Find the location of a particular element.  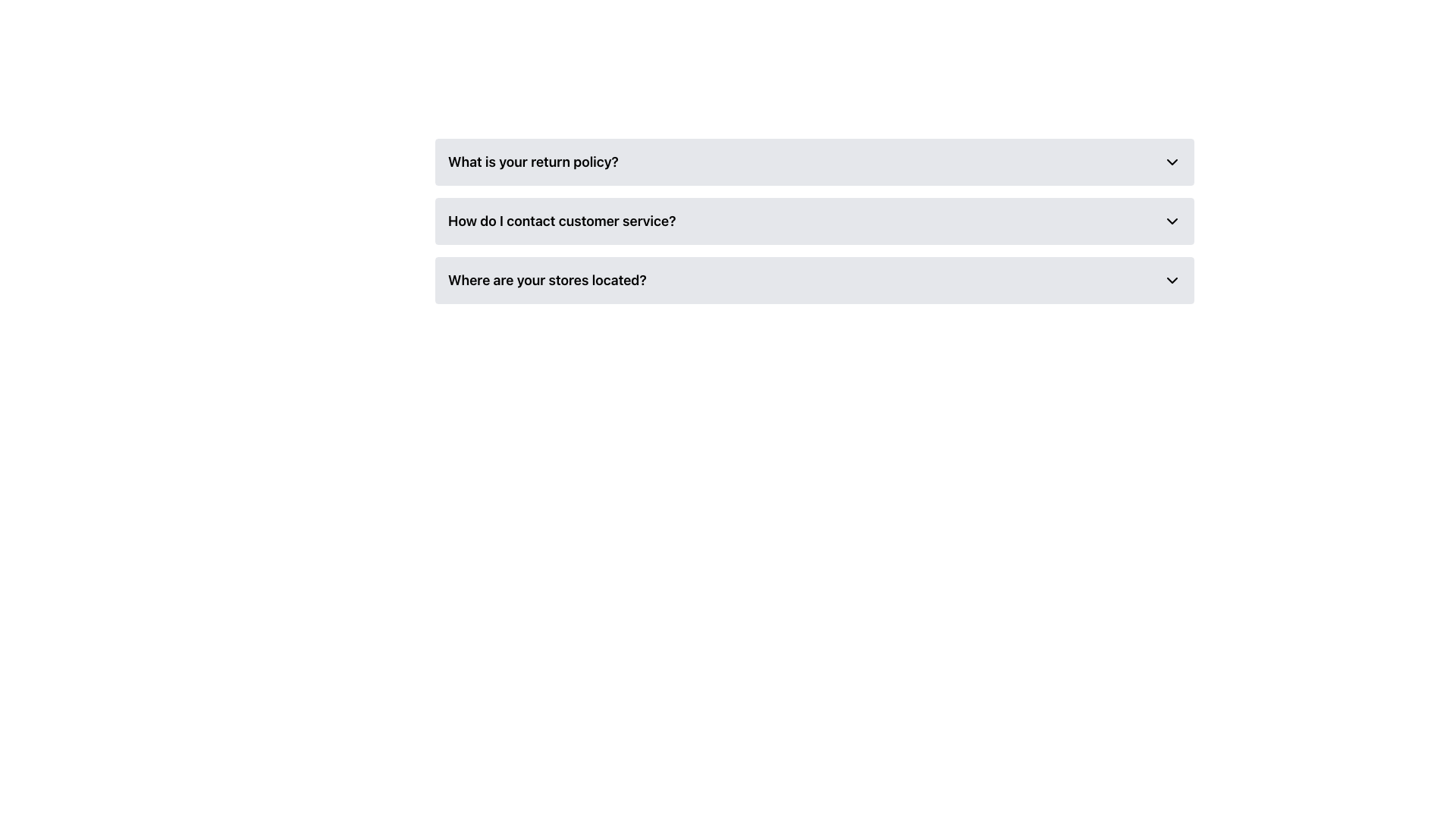

the text label that serves as the header for the collapsible section regarding the return policy, located adjacent to a chevron-down icon is located at coordinates (533, 162).